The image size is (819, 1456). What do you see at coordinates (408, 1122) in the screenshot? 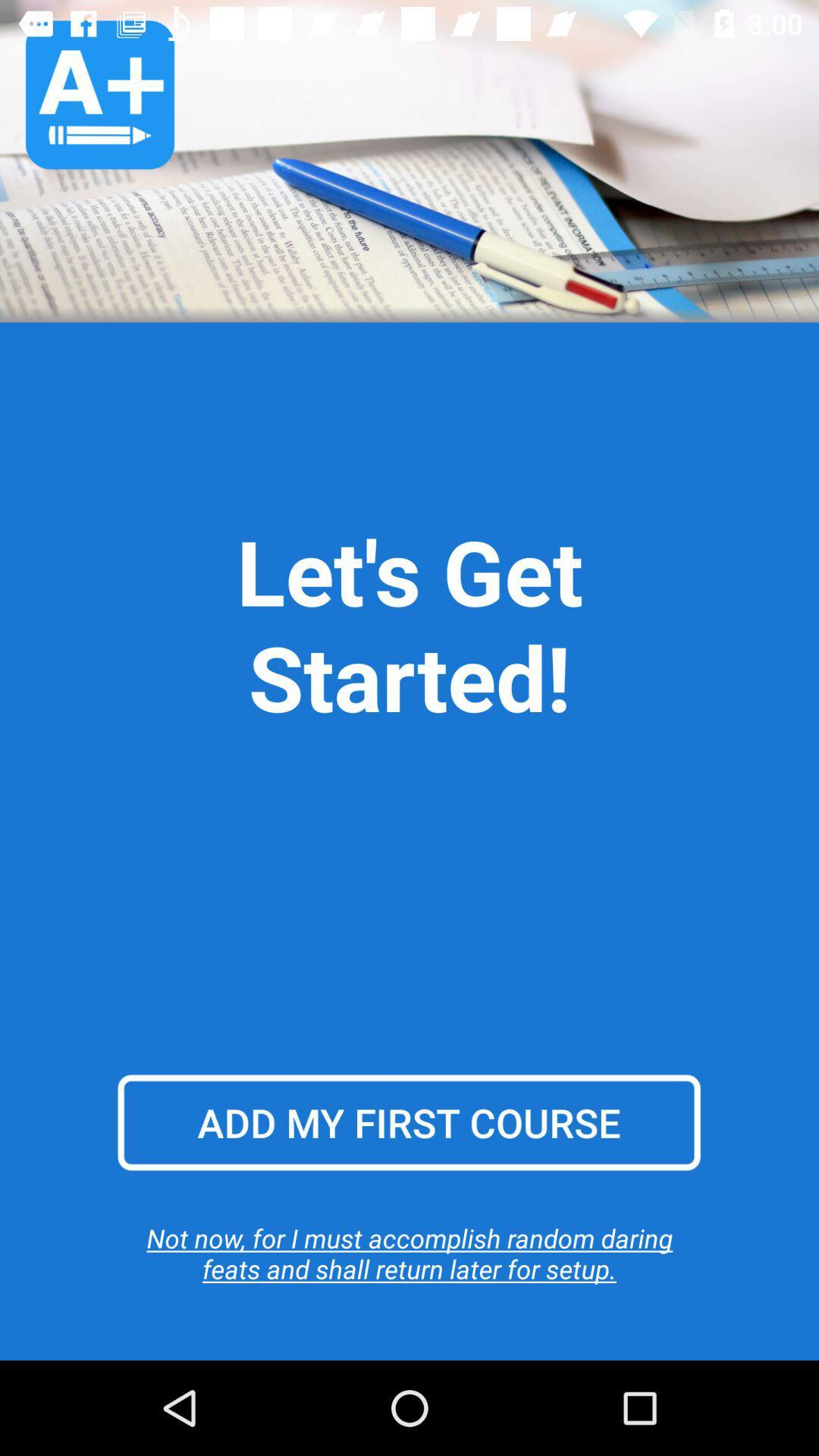
I see `icon below let s get item` at bounding box center [408, 1122].